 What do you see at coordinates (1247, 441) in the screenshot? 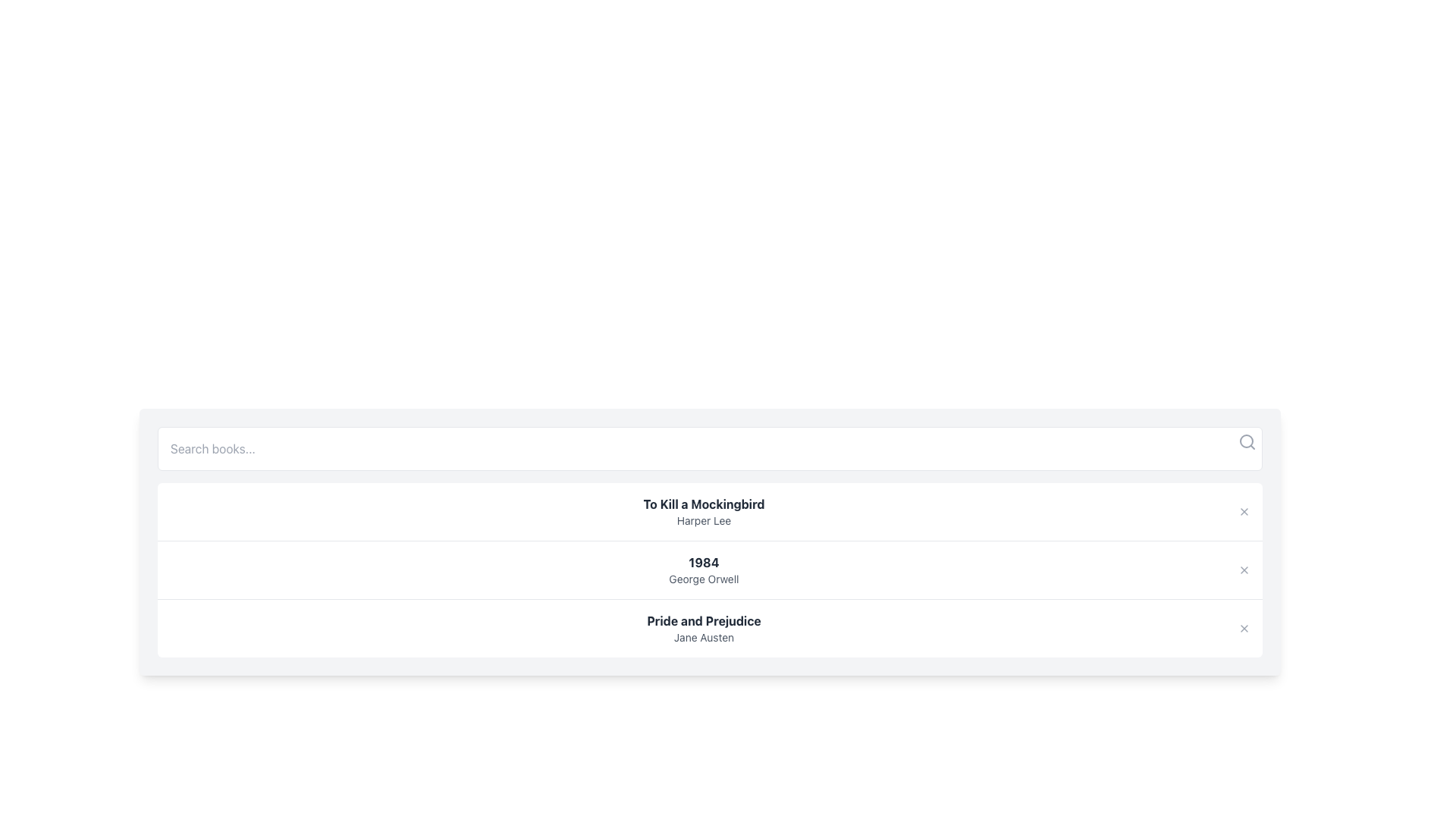
I see `the magnifying glass icon at the top-right corner of the search bar` at bounding box center [1247, 441].